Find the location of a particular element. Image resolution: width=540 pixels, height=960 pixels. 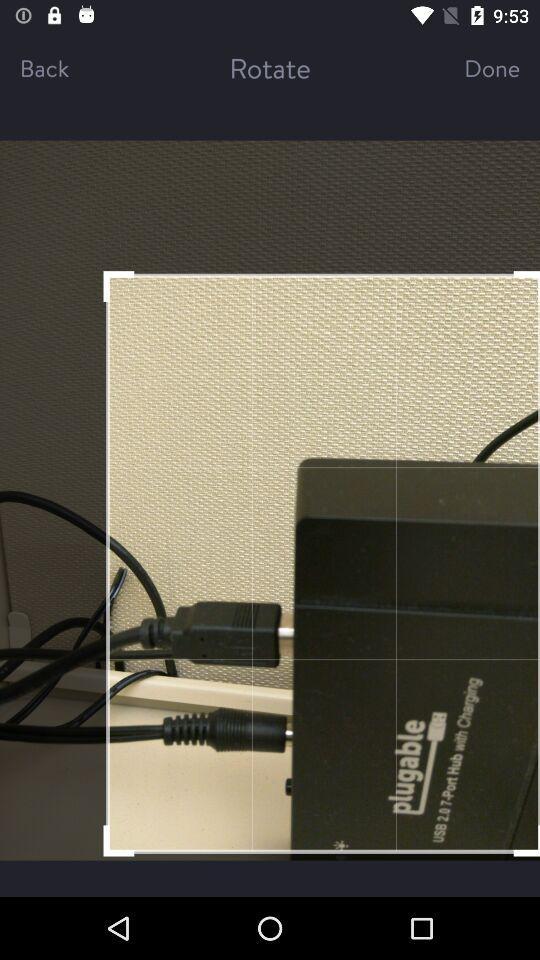

item to the left of done item is located at coordinates (270, 67).